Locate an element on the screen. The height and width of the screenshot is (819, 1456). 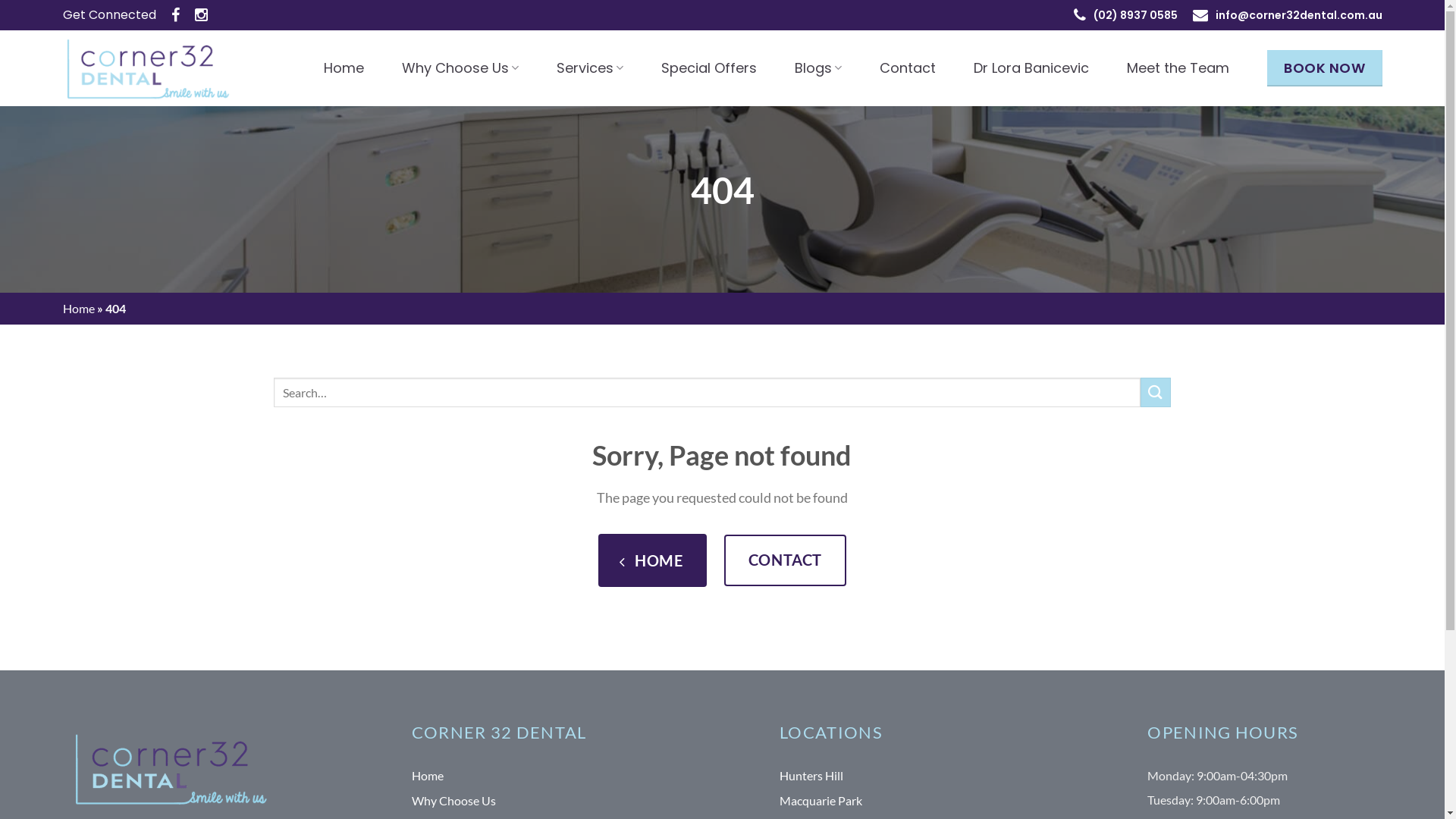
'Macquarie Park' is located at coordinates (779, 800).